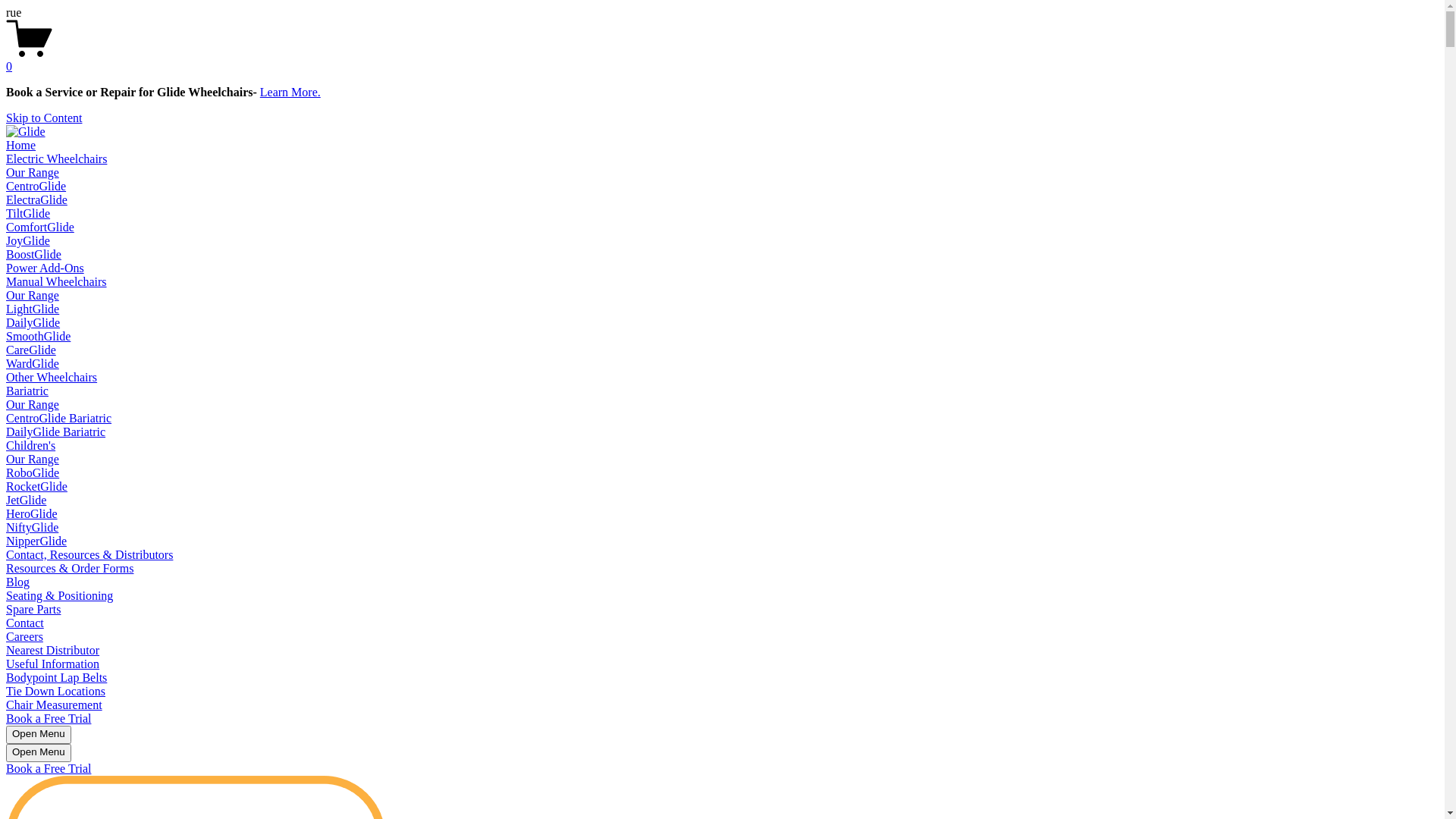  What do you see at coordinates (6, 595) in the screenshot?
I see `'Seating & Positioning'` at bounding box center [6, 595].